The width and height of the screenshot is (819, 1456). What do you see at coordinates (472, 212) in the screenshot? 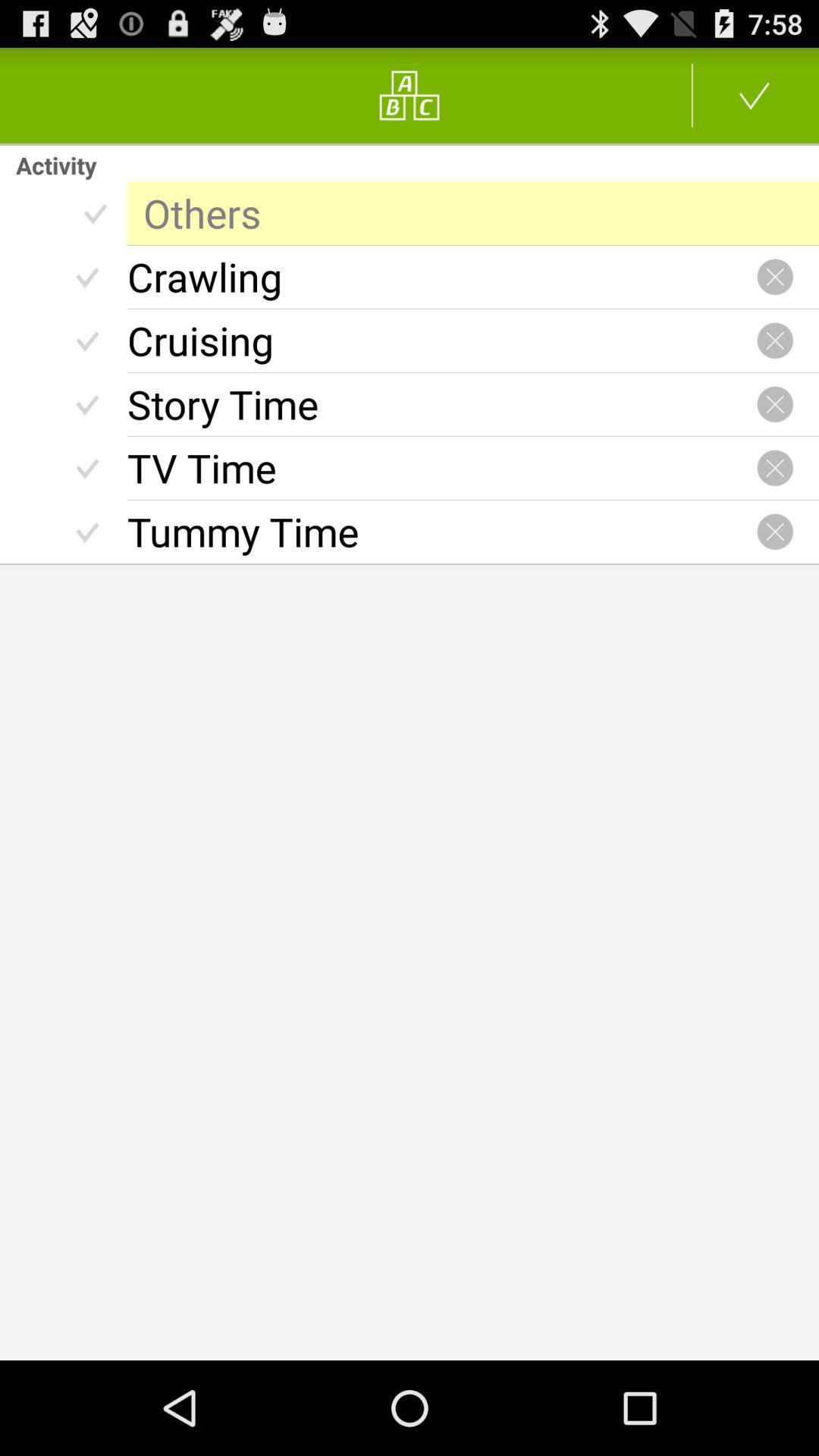
I see `the other box` at bounding box center [472, 212].